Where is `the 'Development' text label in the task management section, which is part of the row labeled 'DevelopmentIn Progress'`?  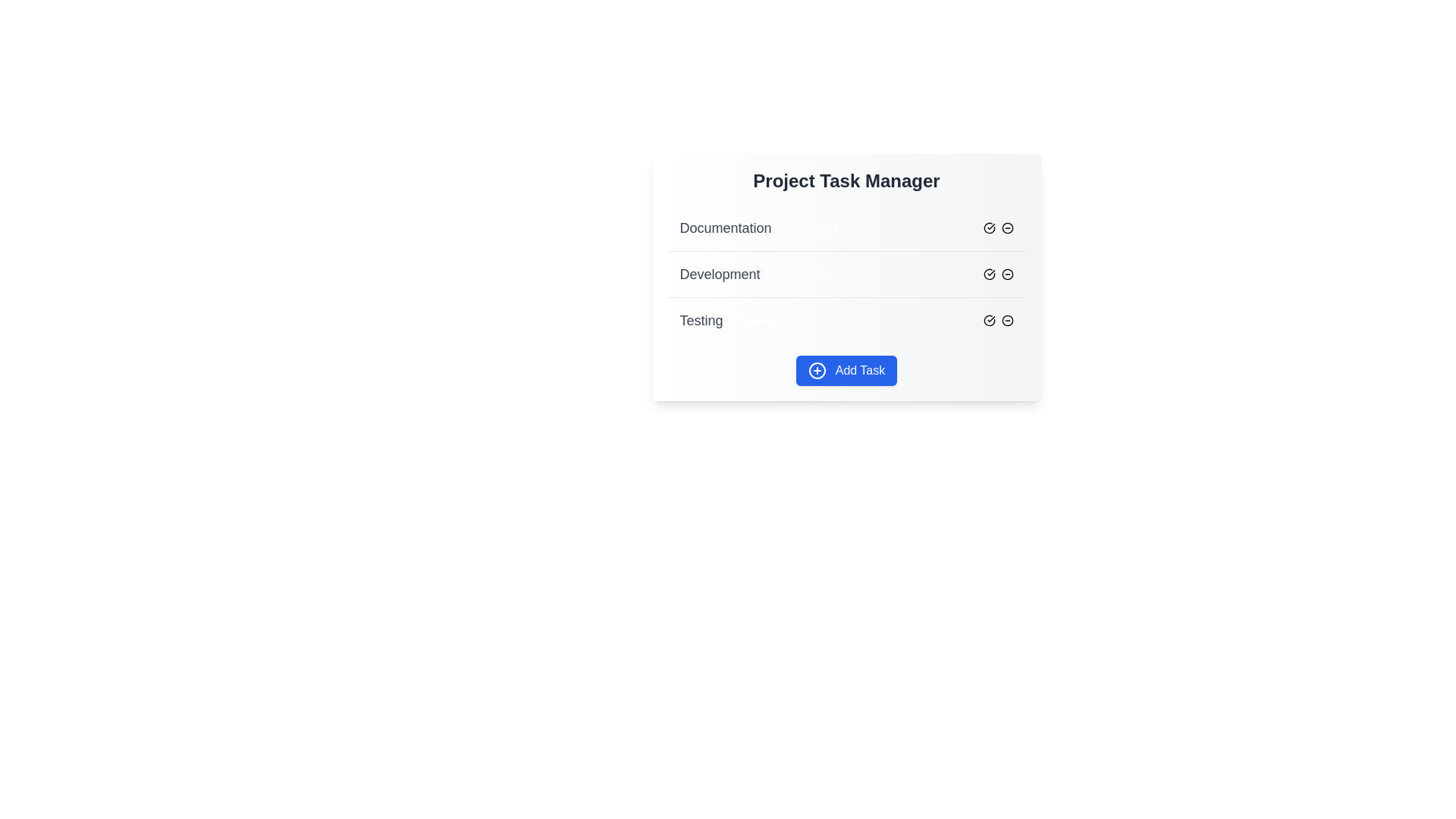 the 'Development' text label in the task management section, which is part of the row labeled 'DevelopmentIn Progress' is located at coordinates (719, 275).